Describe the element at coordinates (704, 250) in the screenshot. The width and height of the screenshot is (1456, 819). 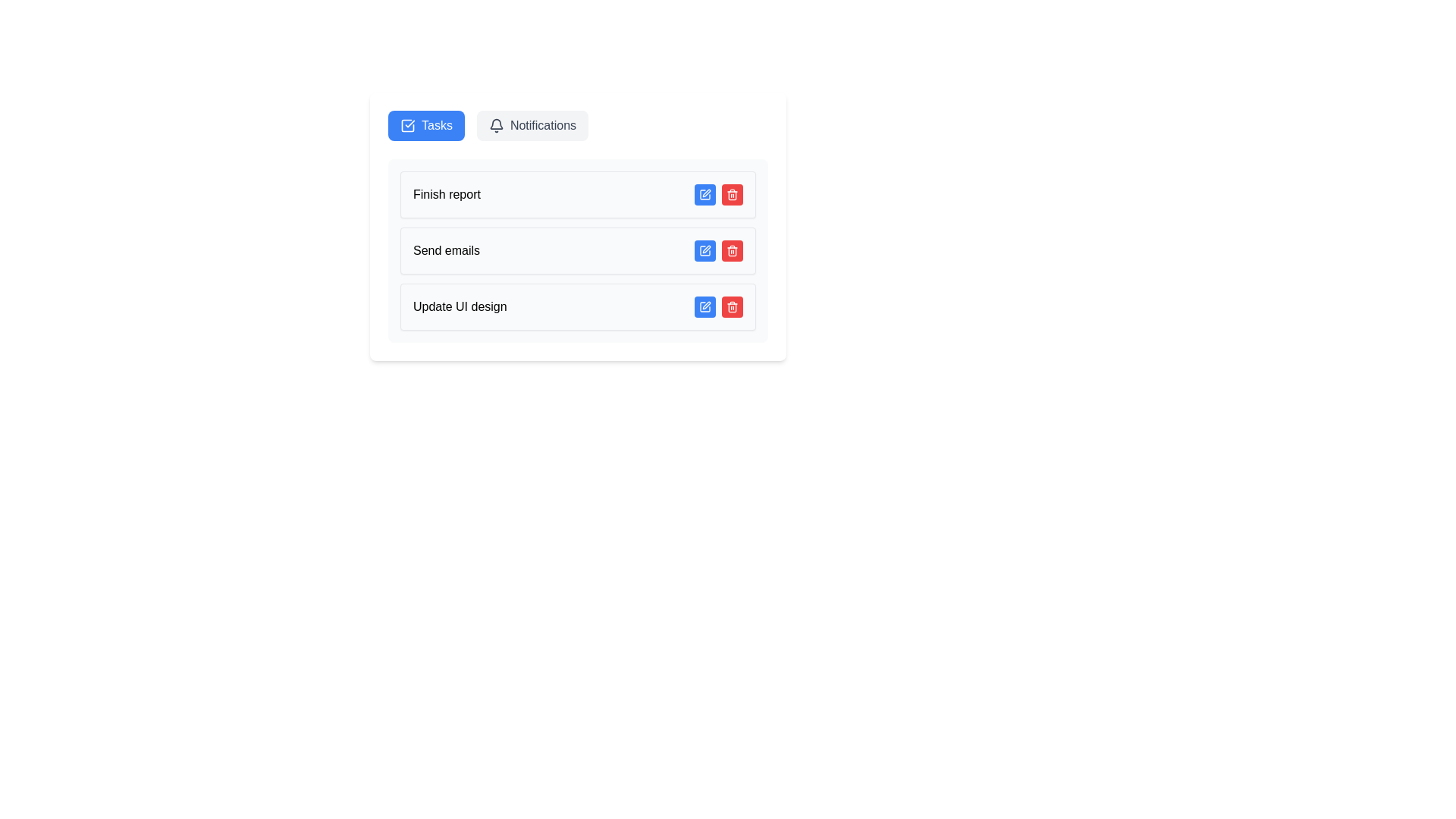
I see `the second edit button with a blue square icon and white pen graphic, which corresponds to the 'Send emails' task` at that location.